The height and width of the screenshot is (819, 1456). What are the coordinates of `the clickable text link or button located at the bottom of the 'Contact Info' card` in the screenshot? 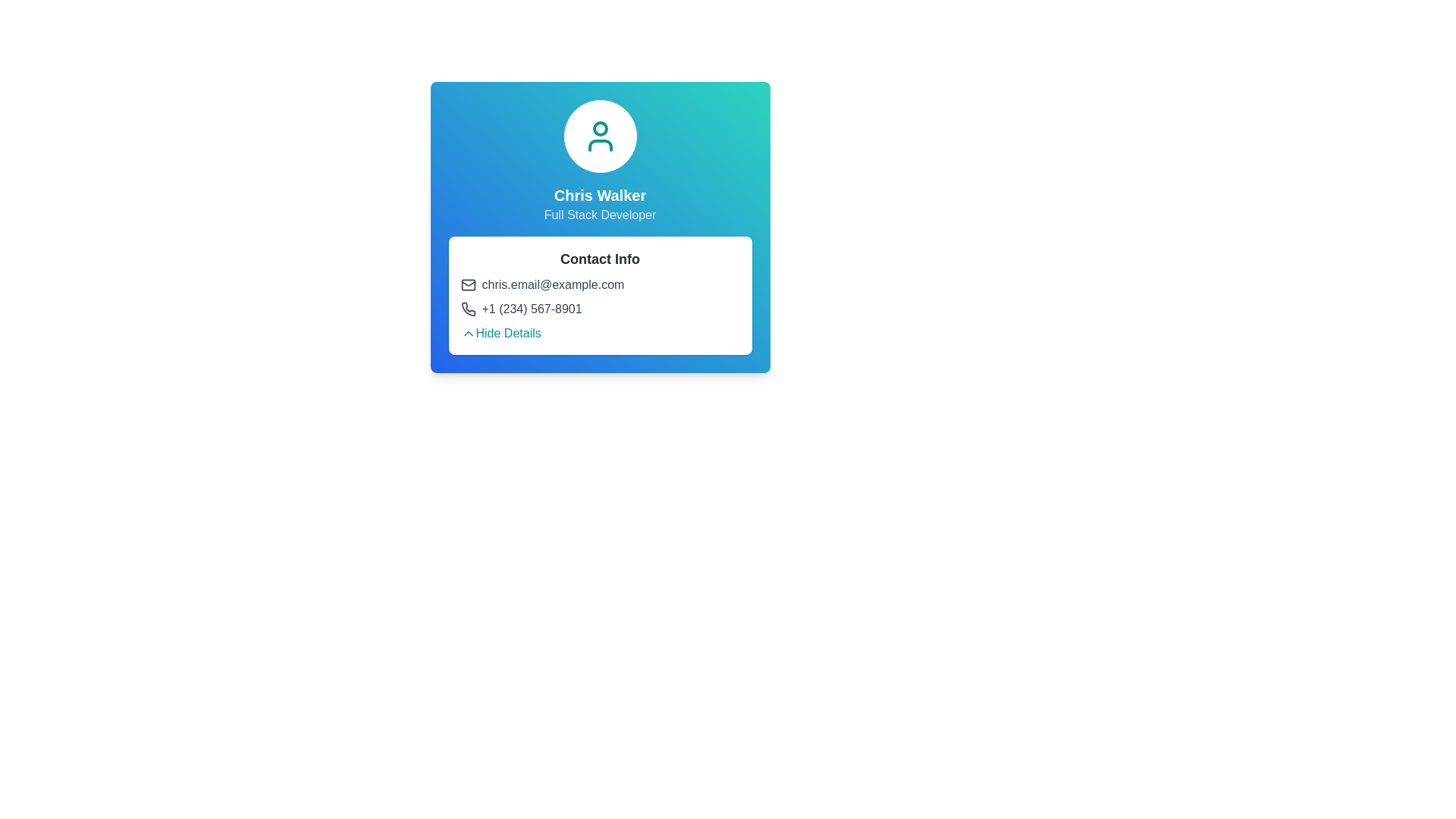 It's located at (500, 332).